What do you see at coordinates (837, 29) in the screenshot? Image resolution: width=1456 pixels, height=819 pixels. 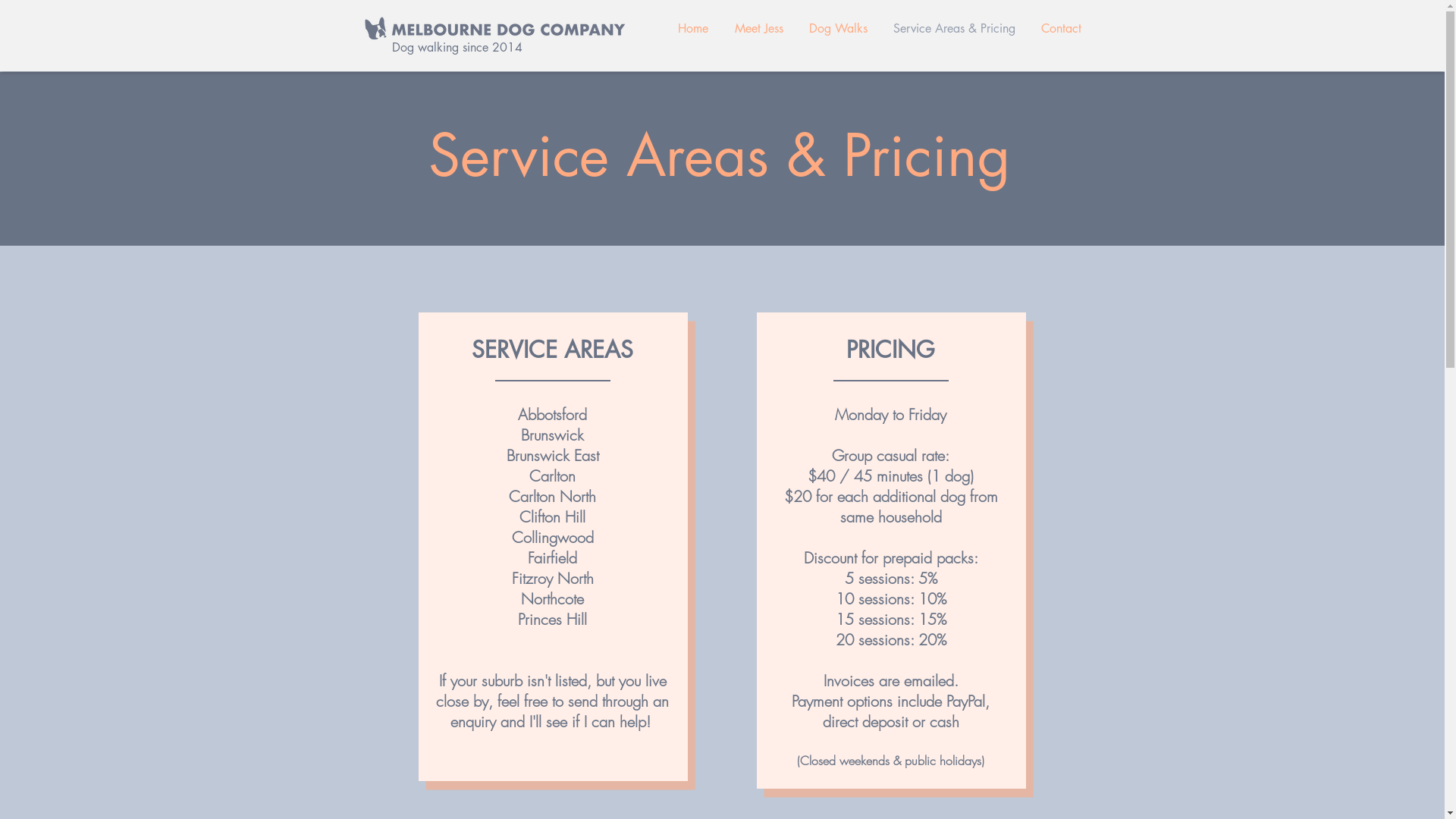 I see `'Dog Walks'` at bounding box center [837, 29].